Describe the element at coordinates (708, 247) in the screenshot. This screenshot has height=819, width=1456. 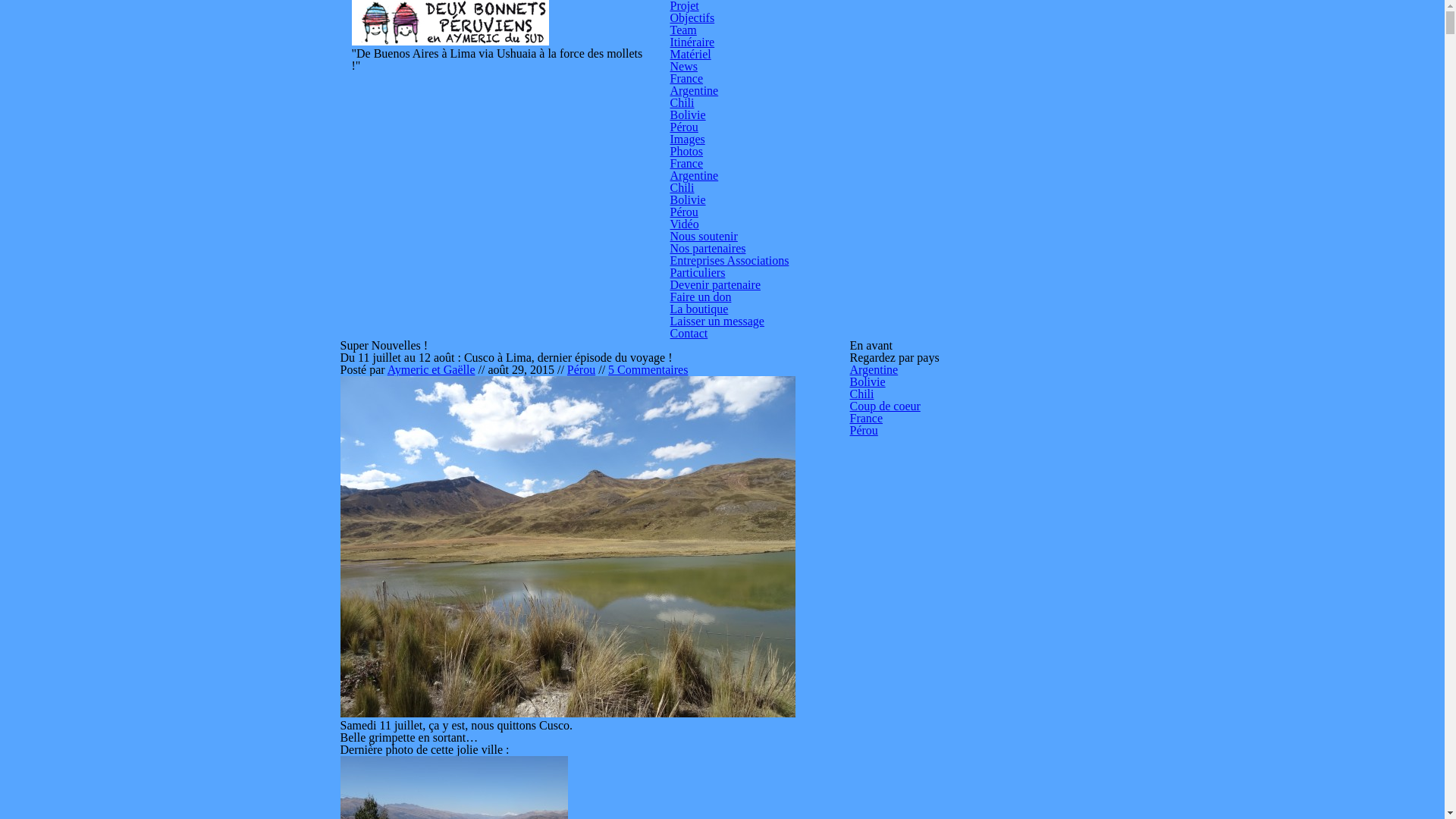
I see `'Nos partenaires'` at that location.